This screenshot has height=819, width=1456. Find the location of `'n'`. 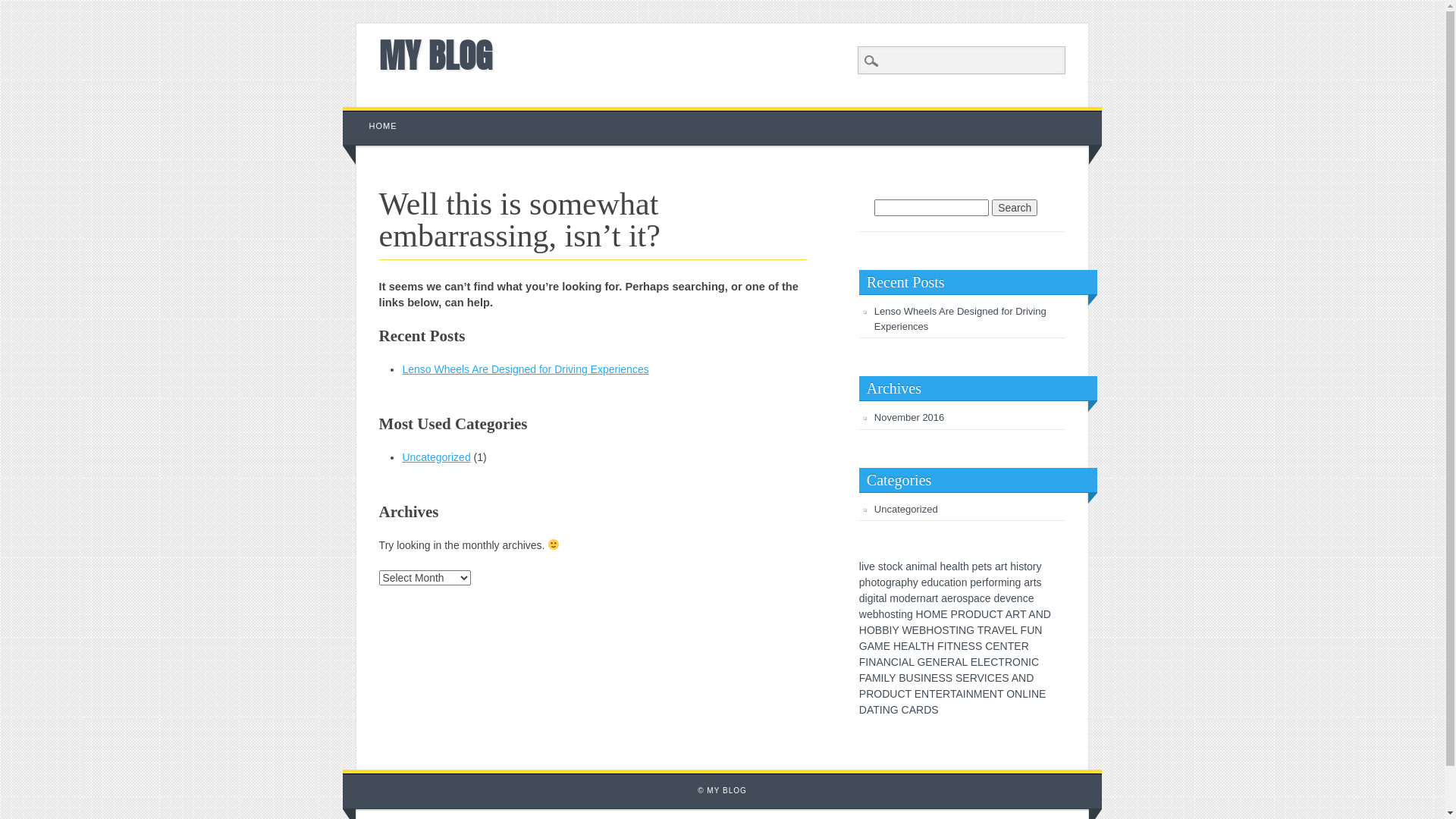

'n' is located at coordinates (903, 614).